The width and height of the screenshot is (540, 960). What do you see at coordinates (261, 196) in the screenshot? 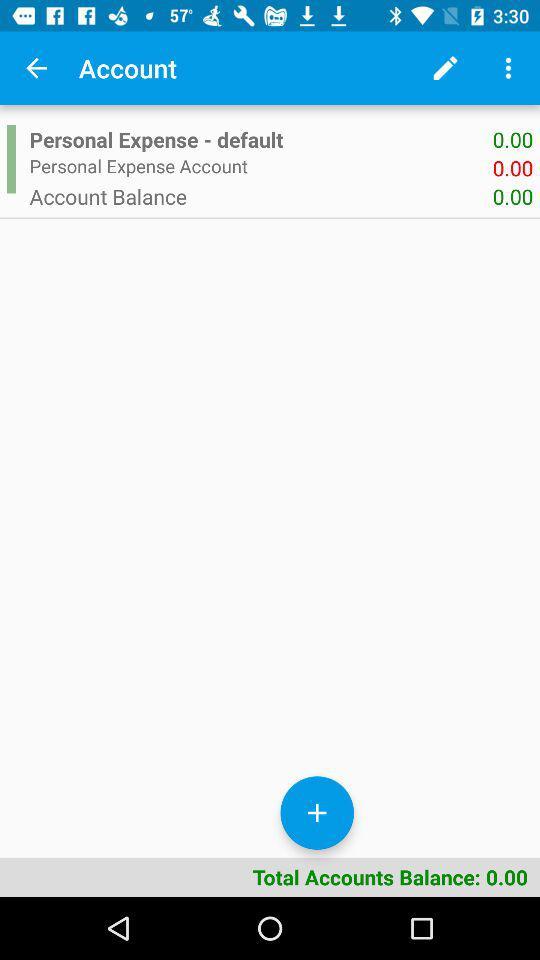
I see `item next to the 0.00 item` at bounding box center [261, 196].